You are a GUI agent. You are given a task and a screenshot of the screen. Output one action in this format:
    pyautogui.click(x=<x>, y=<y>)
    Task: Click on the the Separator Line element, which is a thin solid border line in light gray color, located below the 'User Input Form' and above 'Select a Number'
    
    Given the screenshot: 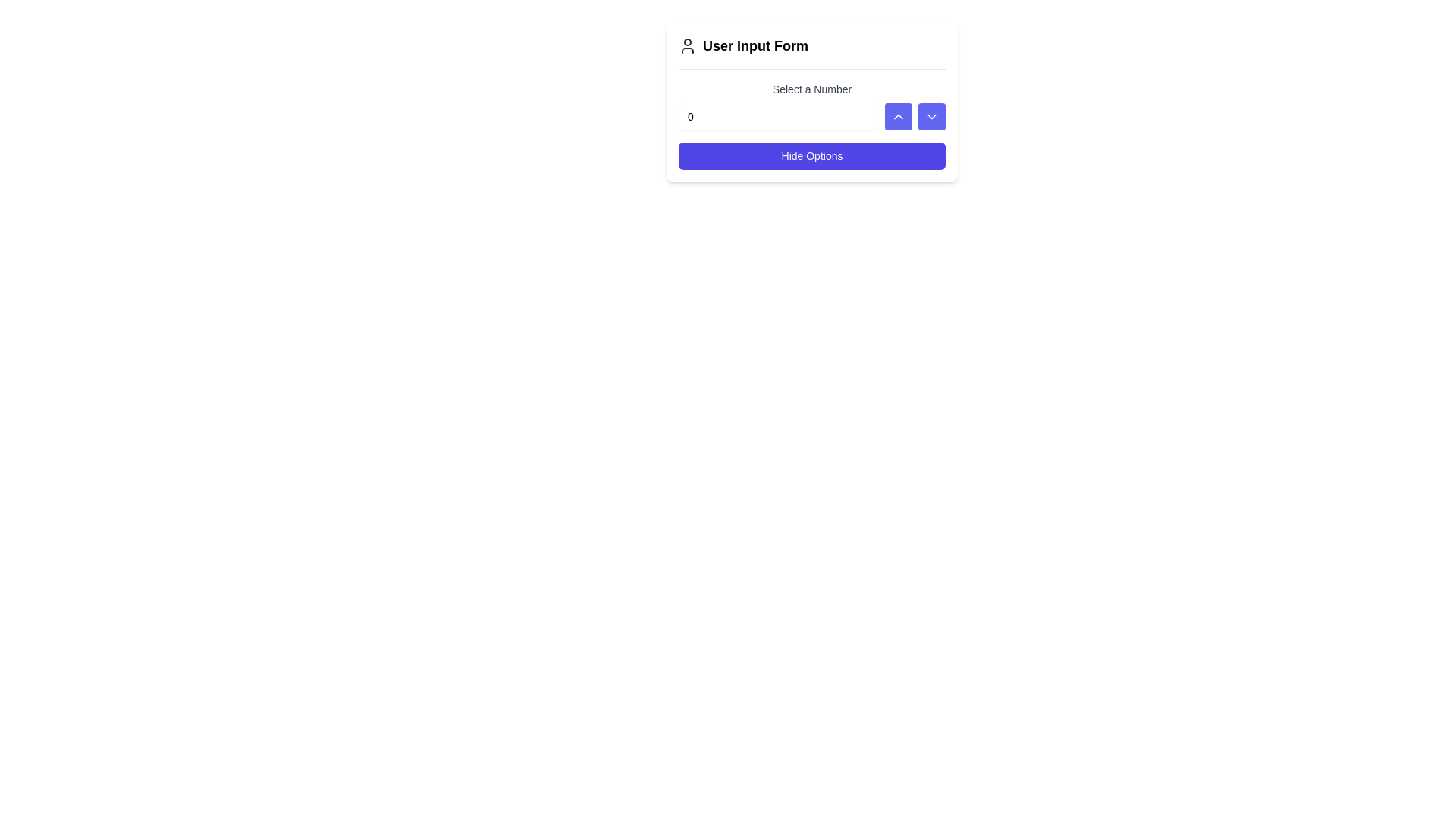 What is the action you would take?
    pyautogui.click(x=811, y=69)
    